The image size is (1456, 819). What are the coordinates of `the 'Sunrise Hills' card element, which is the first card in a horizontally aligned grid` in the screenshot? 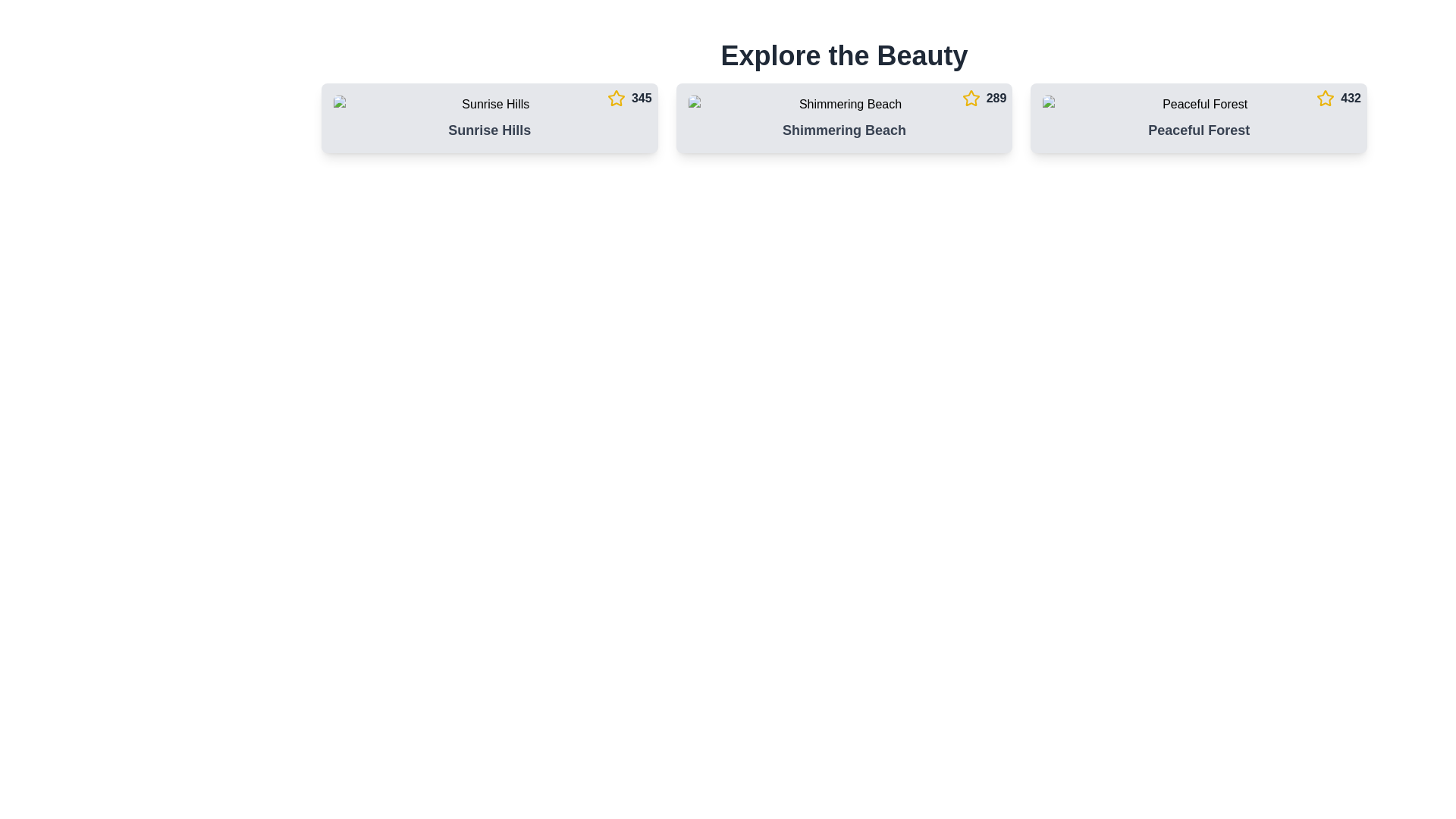 It's located at (489, 117).